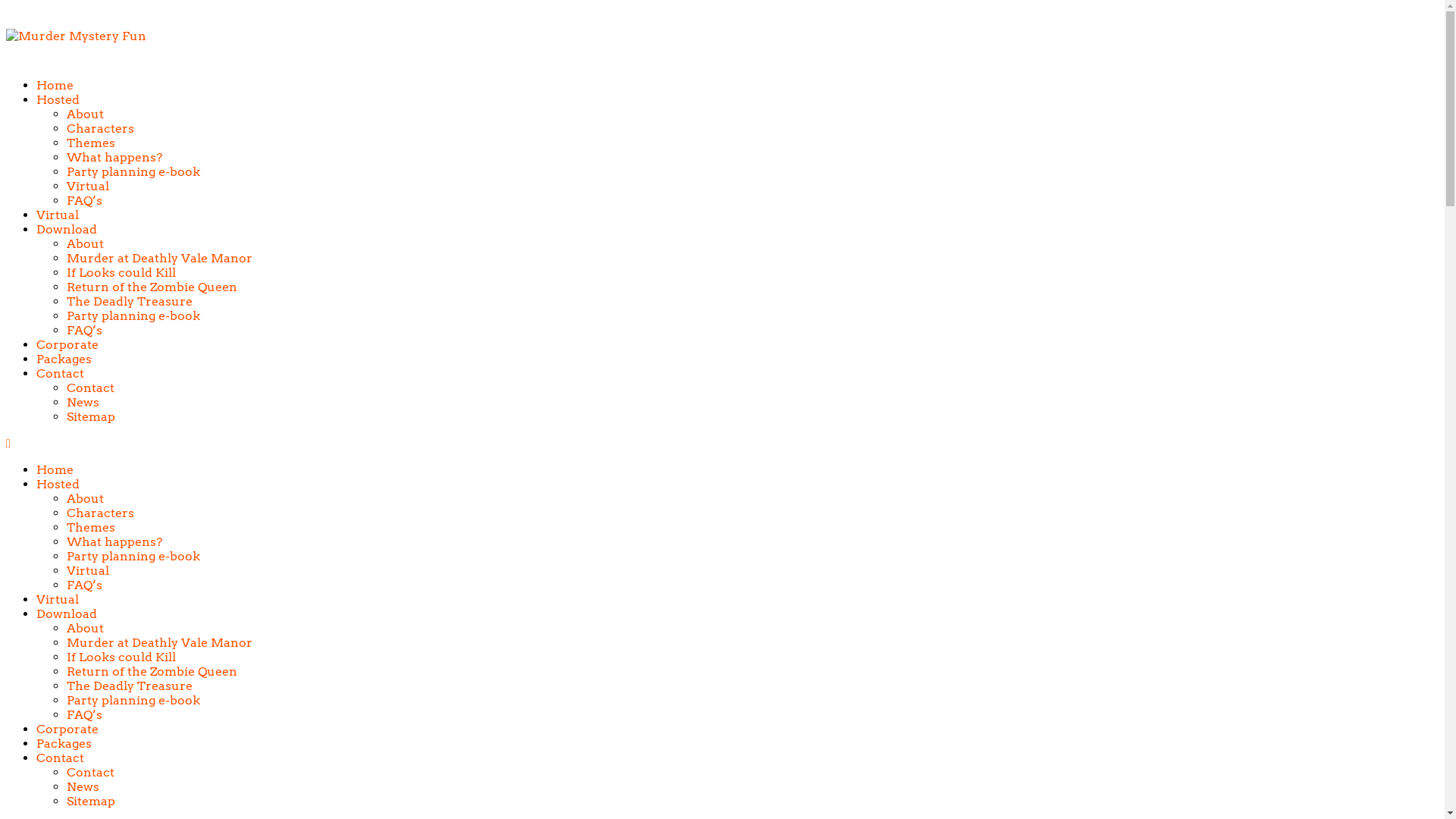 The width and height of the screenshot is (1456, 819). What do you see at coordinates (10, 443) in the screenshot?
I see `' '` at bounding box center [10, 443].